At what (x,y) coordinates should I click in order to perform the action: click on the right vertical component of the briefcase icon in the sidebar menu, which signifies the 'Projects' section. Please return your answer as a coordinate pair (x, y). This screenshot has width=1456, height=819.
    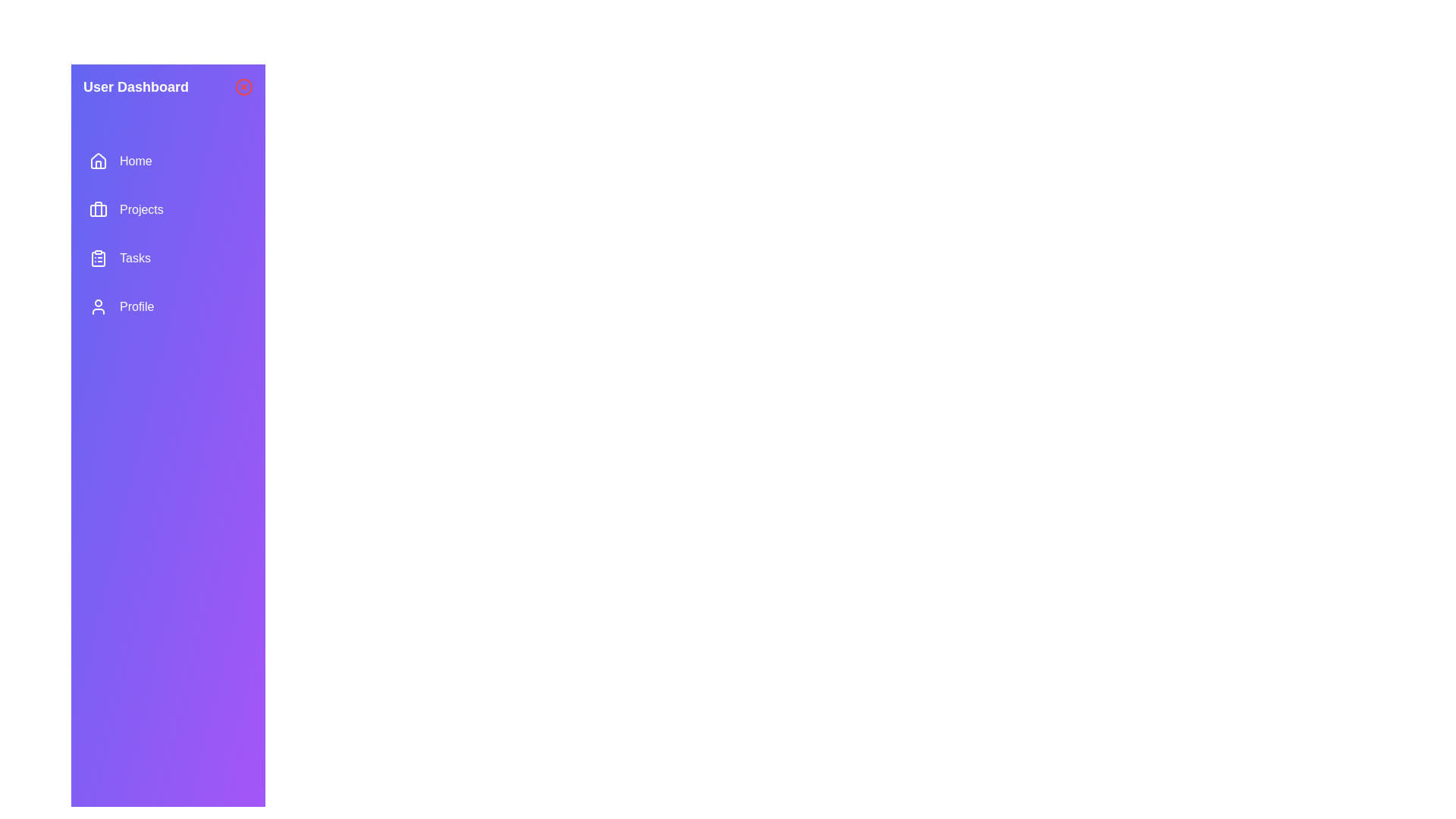
    Looking at the image, I should click on (97, 209).